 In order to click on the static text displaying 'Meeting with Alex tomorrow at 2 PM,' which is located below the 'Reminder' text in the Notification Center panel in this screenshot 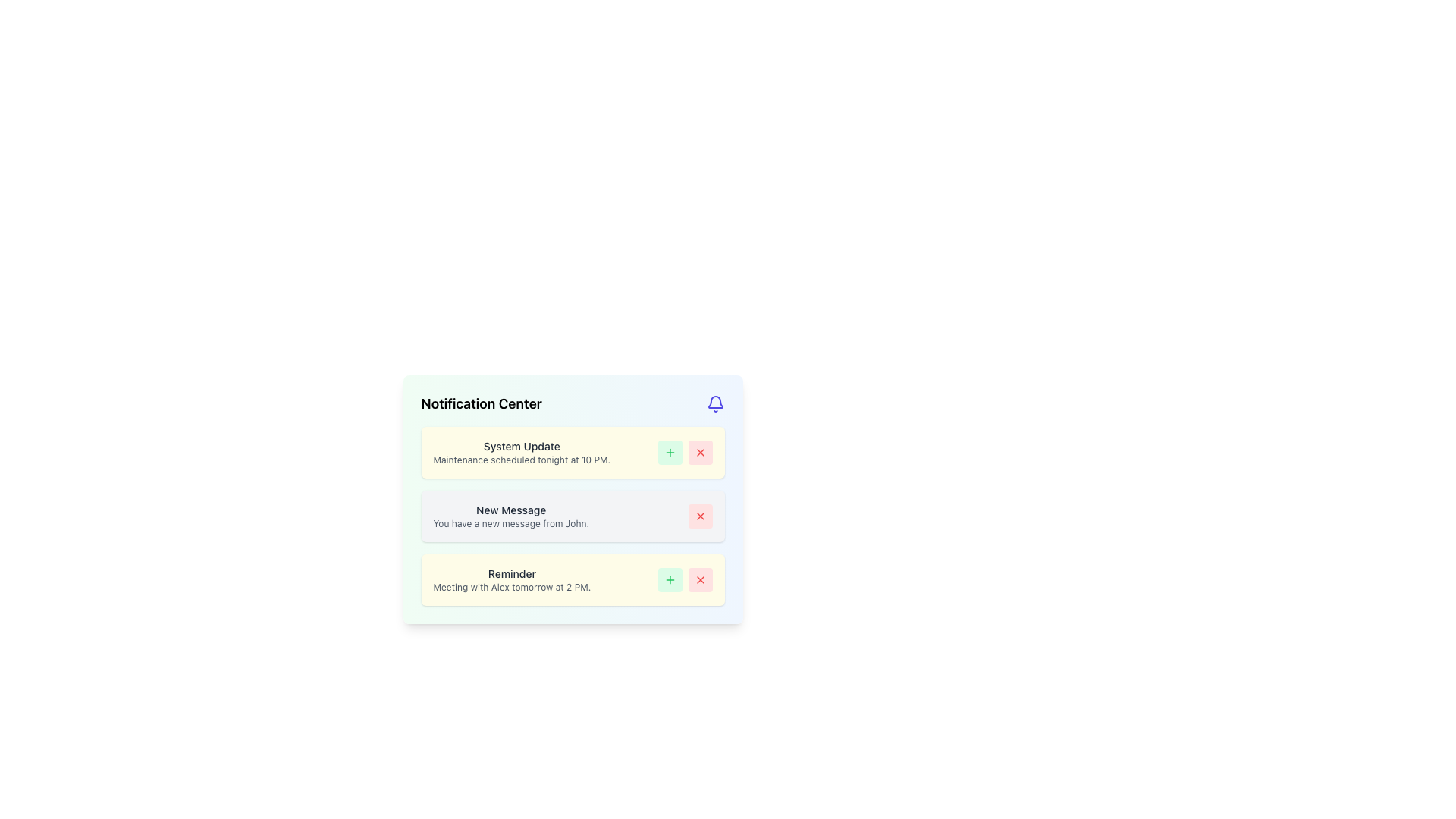, I will do `click(512, 587)`.